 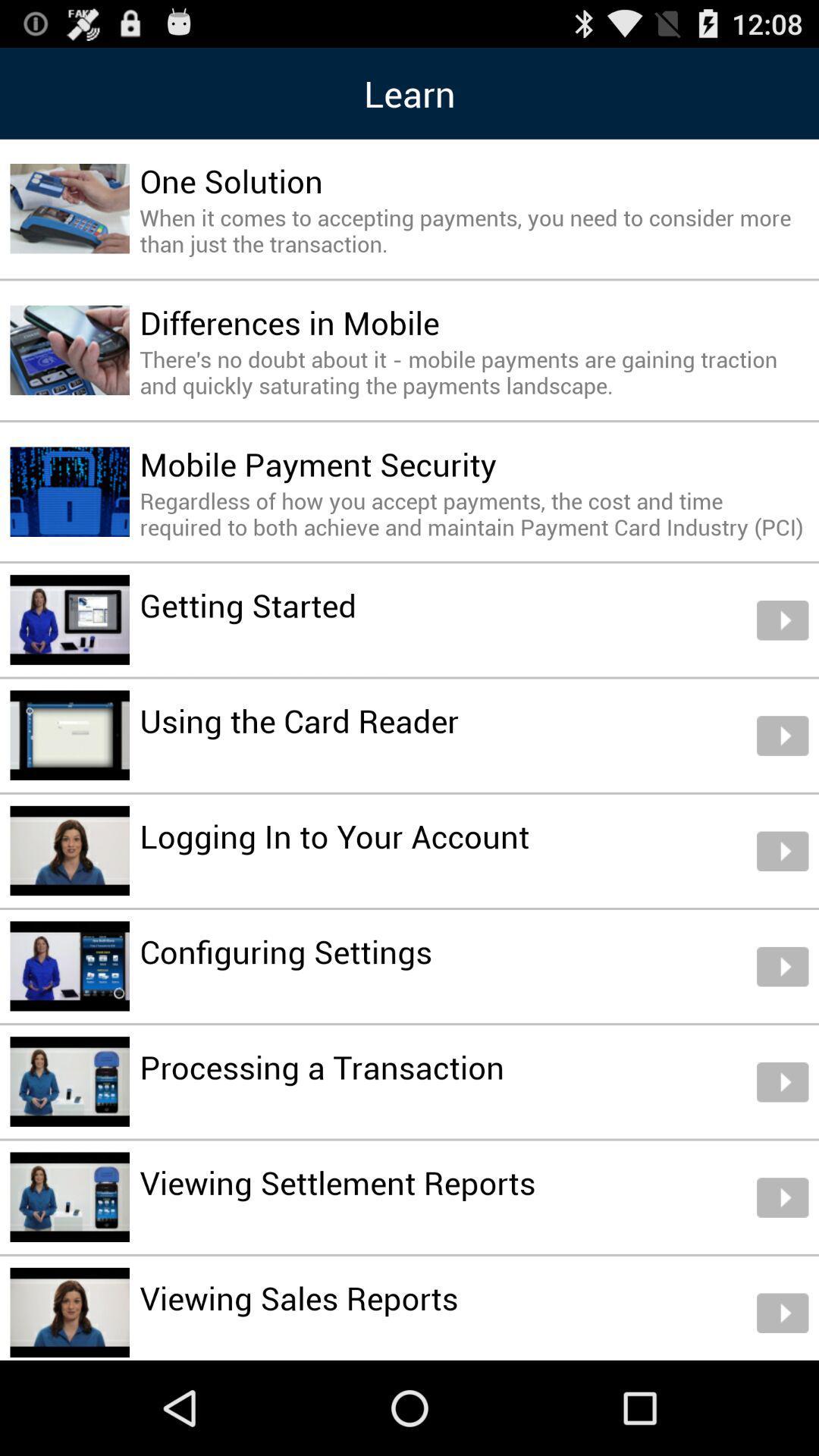 I want to click on the item below configuring settings, so click(x=321, y=1065).